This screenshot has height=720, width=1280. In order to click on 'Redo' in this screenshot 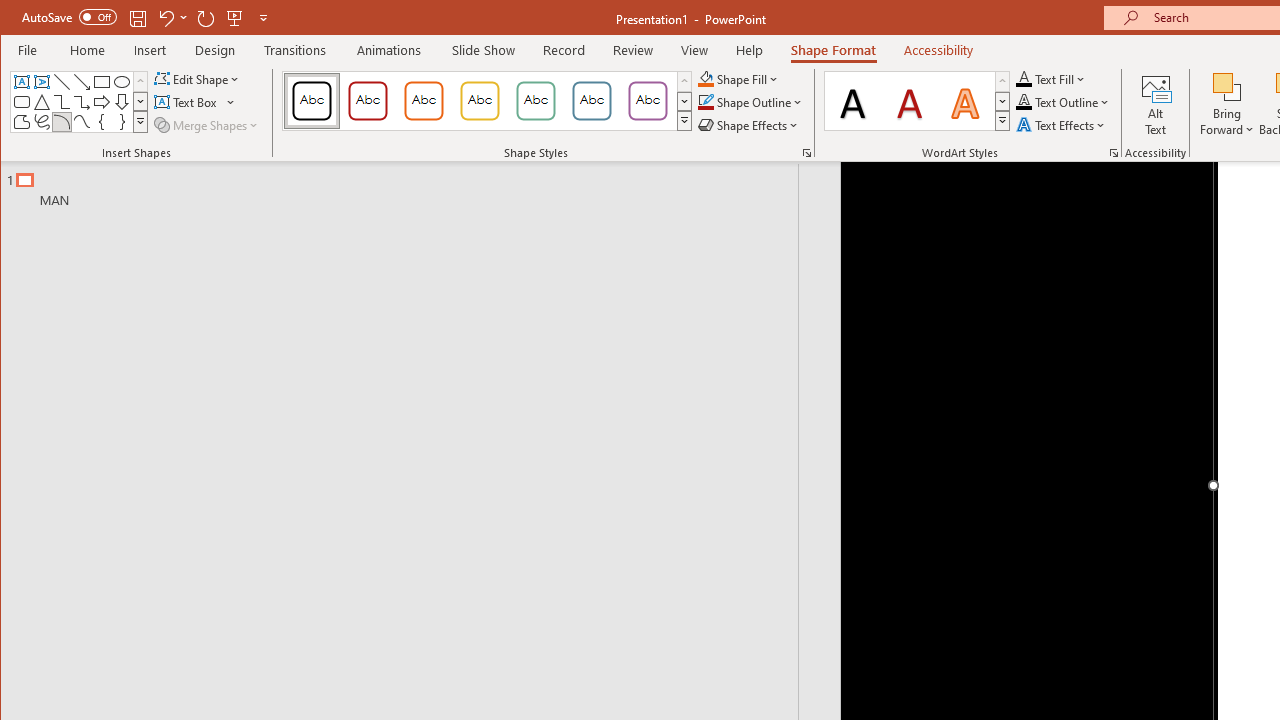, I will do `click(206, 17)`.